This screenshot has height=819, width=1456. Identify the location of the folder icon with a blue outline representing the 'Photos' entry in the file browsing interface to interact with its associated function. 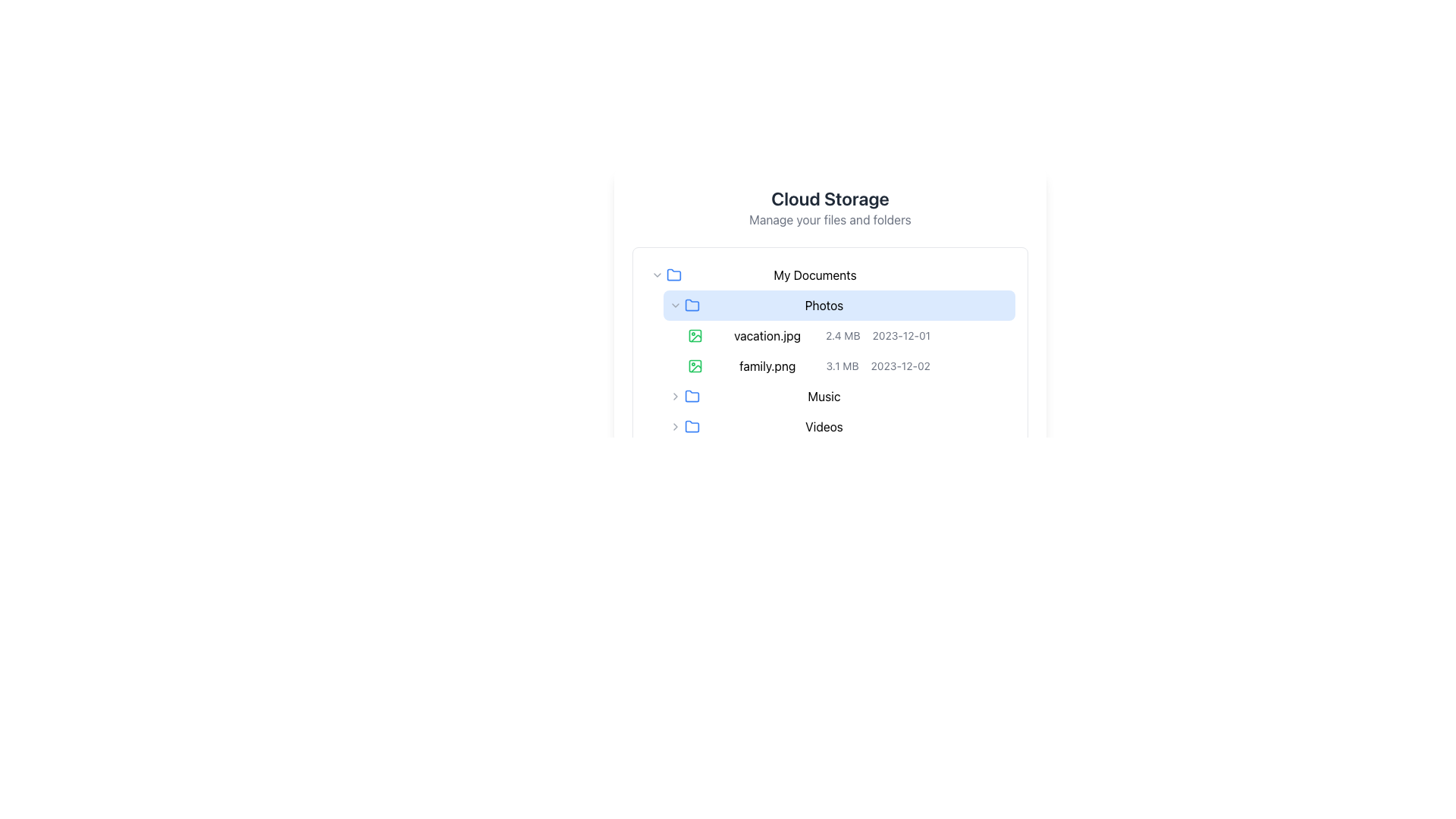
(673, 275).